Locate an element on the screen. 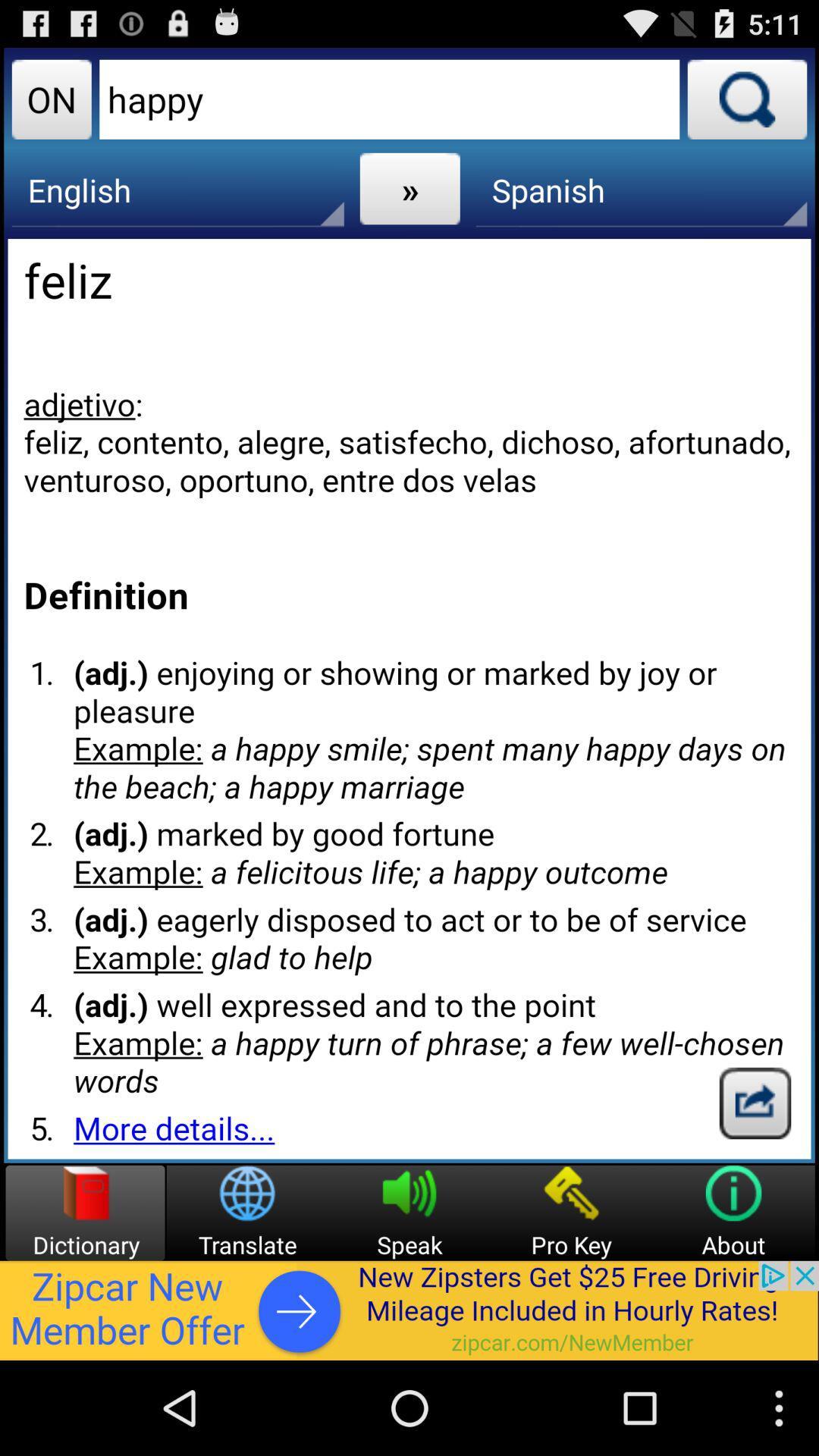 This screenshot has height=1456, width=819. search is located at coordinates (746, 99).